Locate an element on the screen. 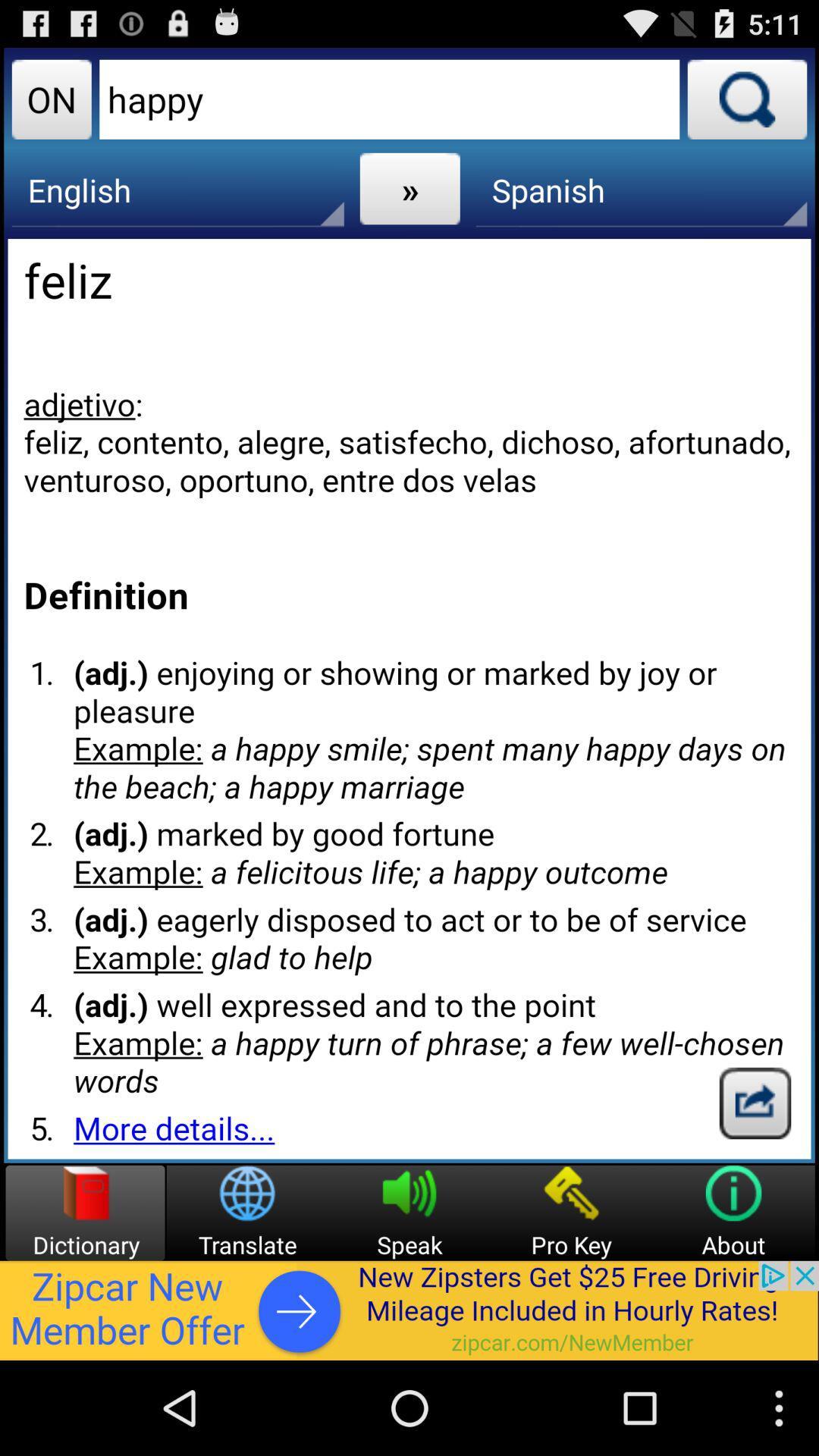 This screenshot has height=1456, width=819. search is located at coordinates (746, 99).